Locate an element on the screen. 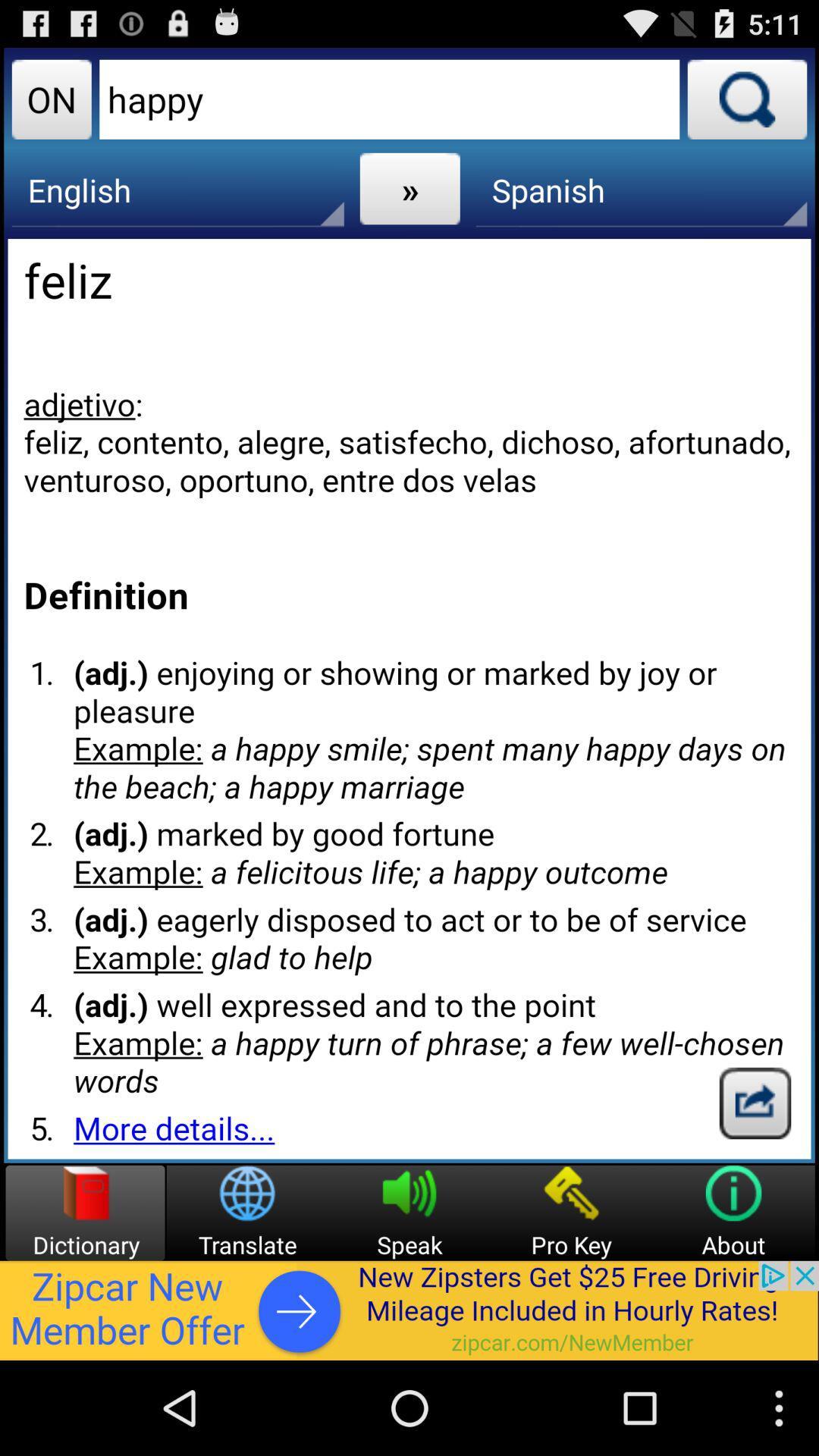 This screenshot has height=1456, width=819. search is located at coordinates (746, 99).